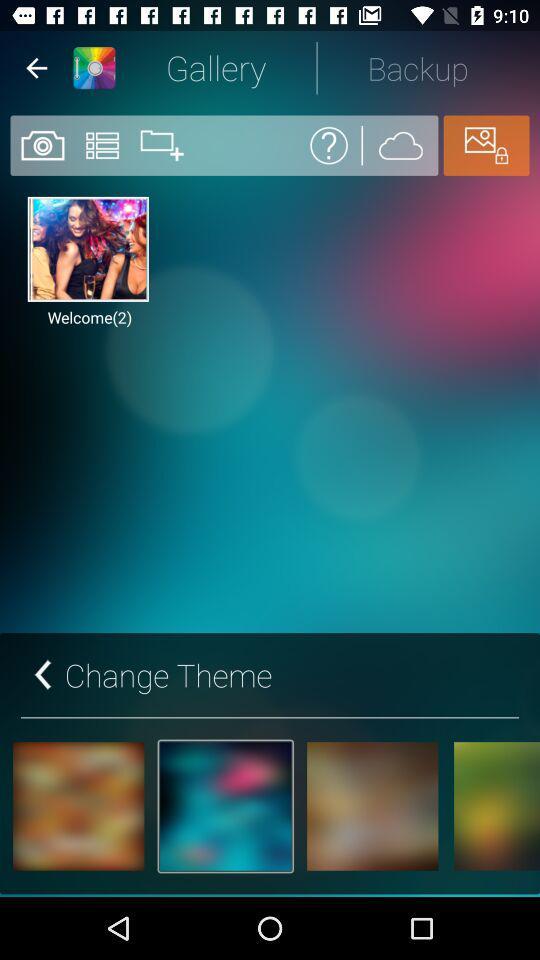 This screenshot has width=540, height=960. I want to click on the photo icon, so click(41, 144).